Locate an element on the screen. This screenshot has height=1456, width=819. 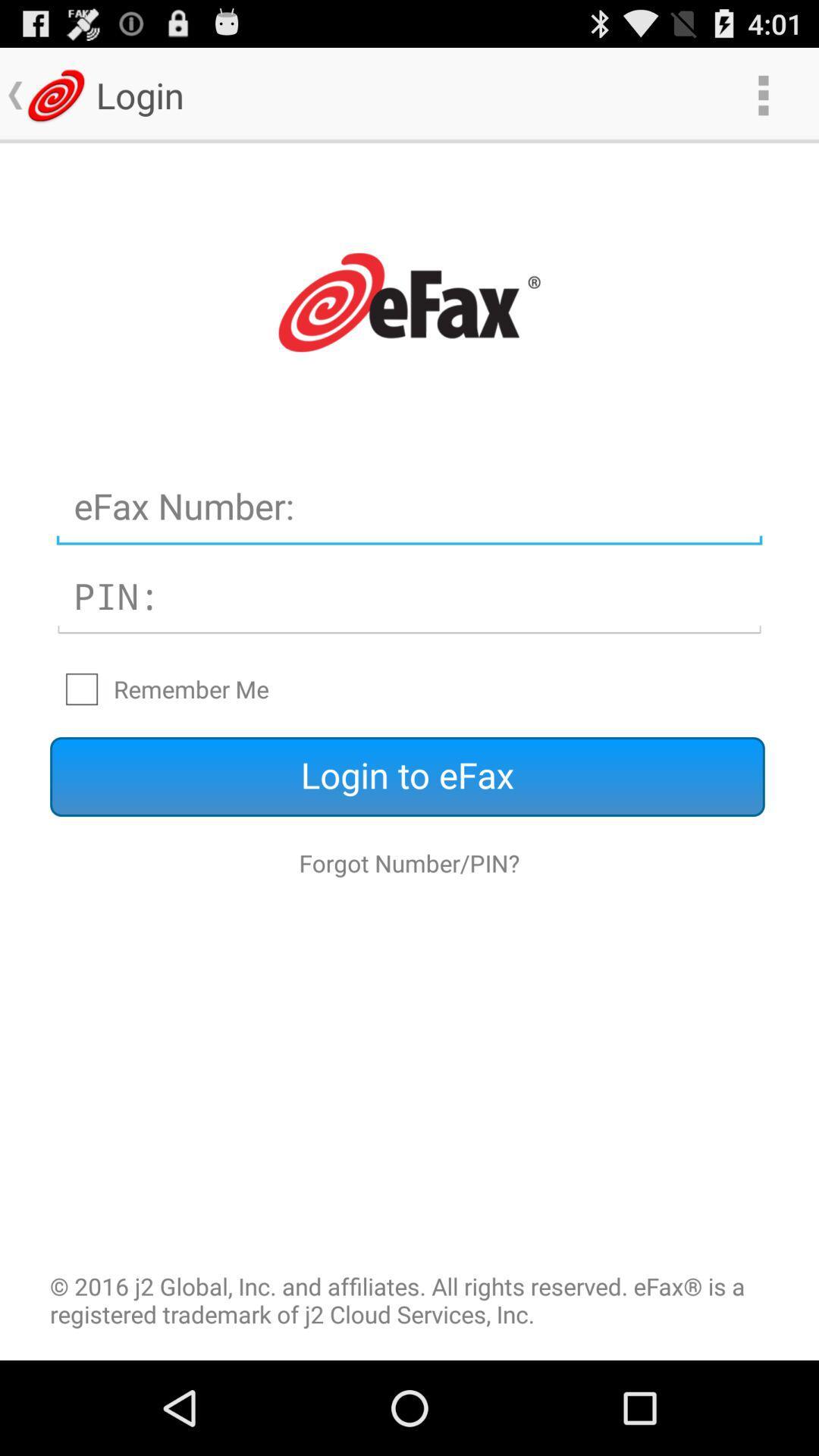
login to efax item is located at coordinates (406, 777).